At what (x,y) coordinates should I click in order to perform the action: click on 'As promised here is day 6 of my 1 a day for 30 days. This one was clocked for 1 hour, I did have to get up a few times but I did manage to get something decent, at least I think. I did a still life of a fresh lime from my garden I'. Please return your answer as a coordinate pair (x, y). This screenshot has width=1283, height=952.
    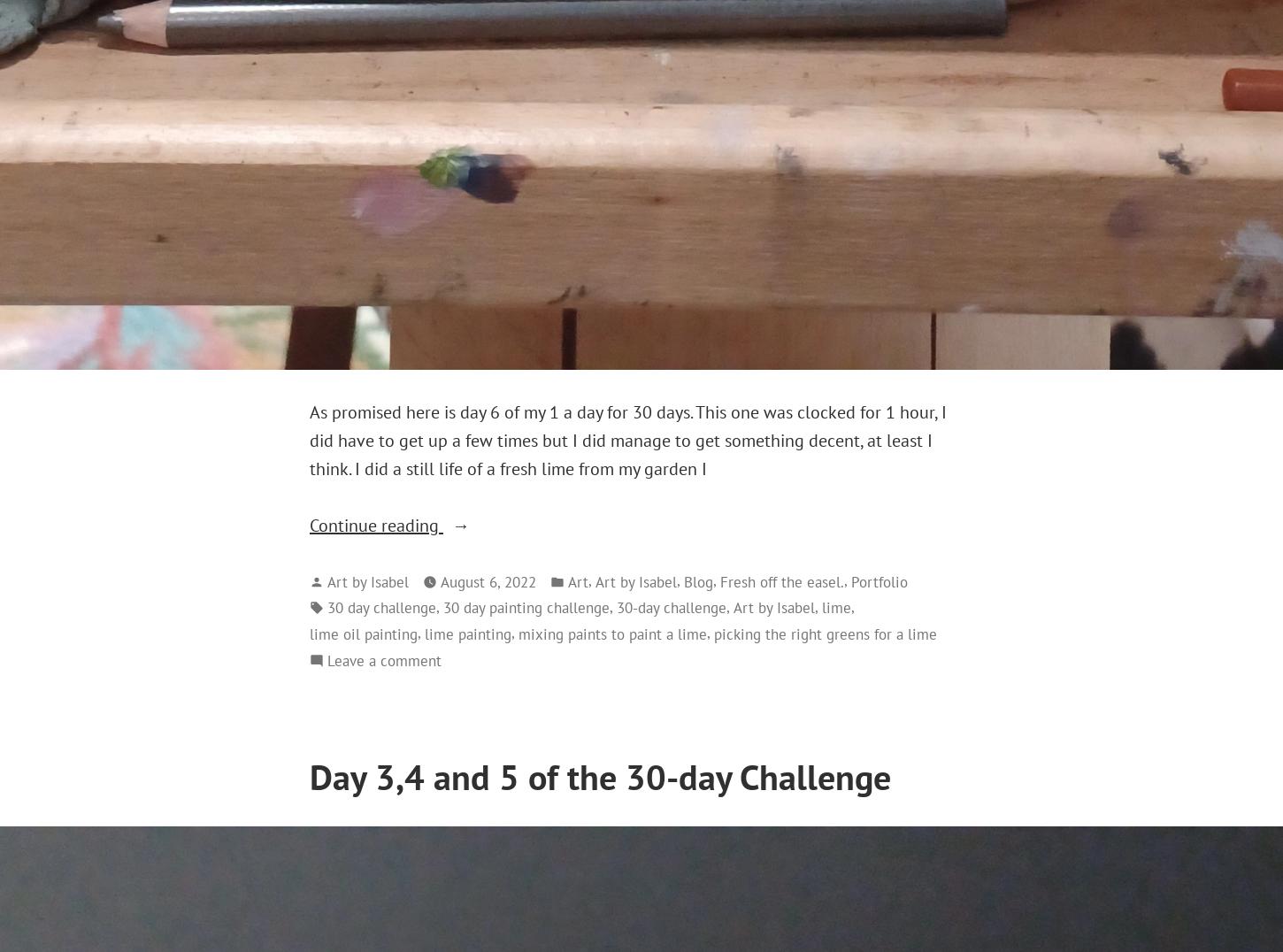
    Looking at the image, I should click on (627, 440).